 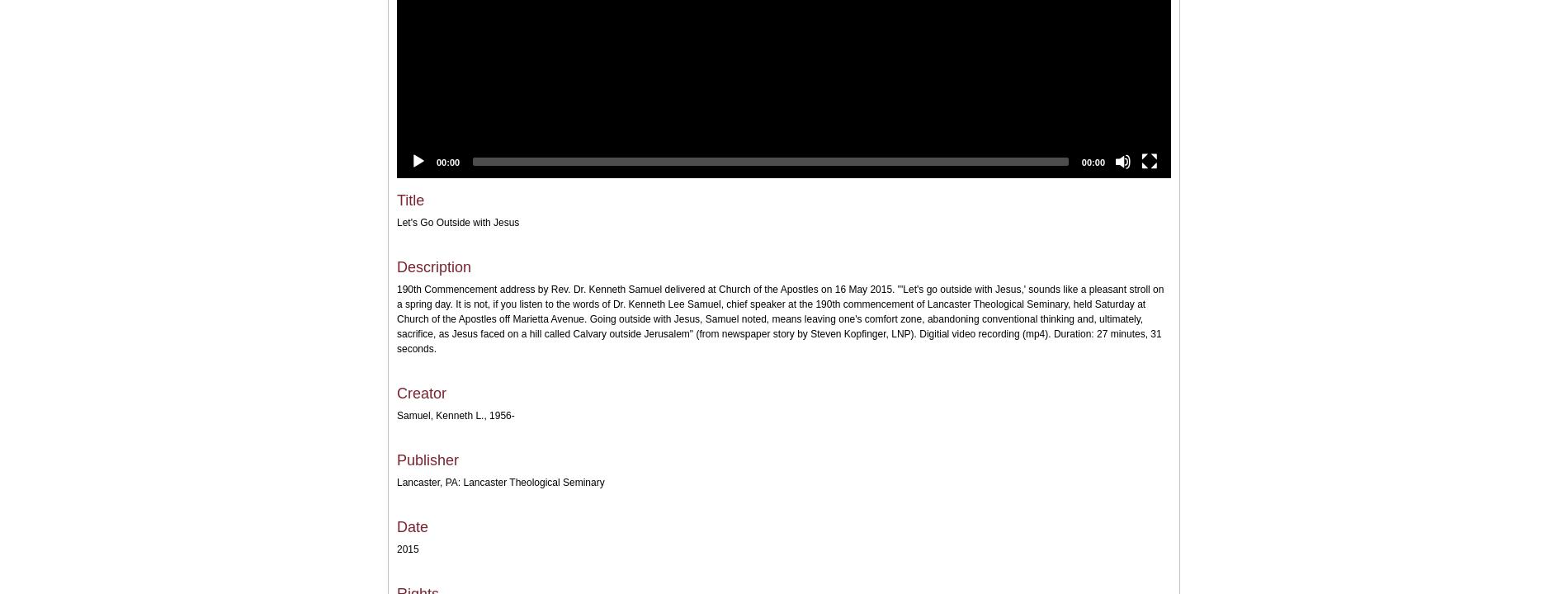 What do you see at coordinates (397, 414) in the screenshot?
I see `'Samuel, Kenneth L., 1956-'` at bounding box center [397, 414].